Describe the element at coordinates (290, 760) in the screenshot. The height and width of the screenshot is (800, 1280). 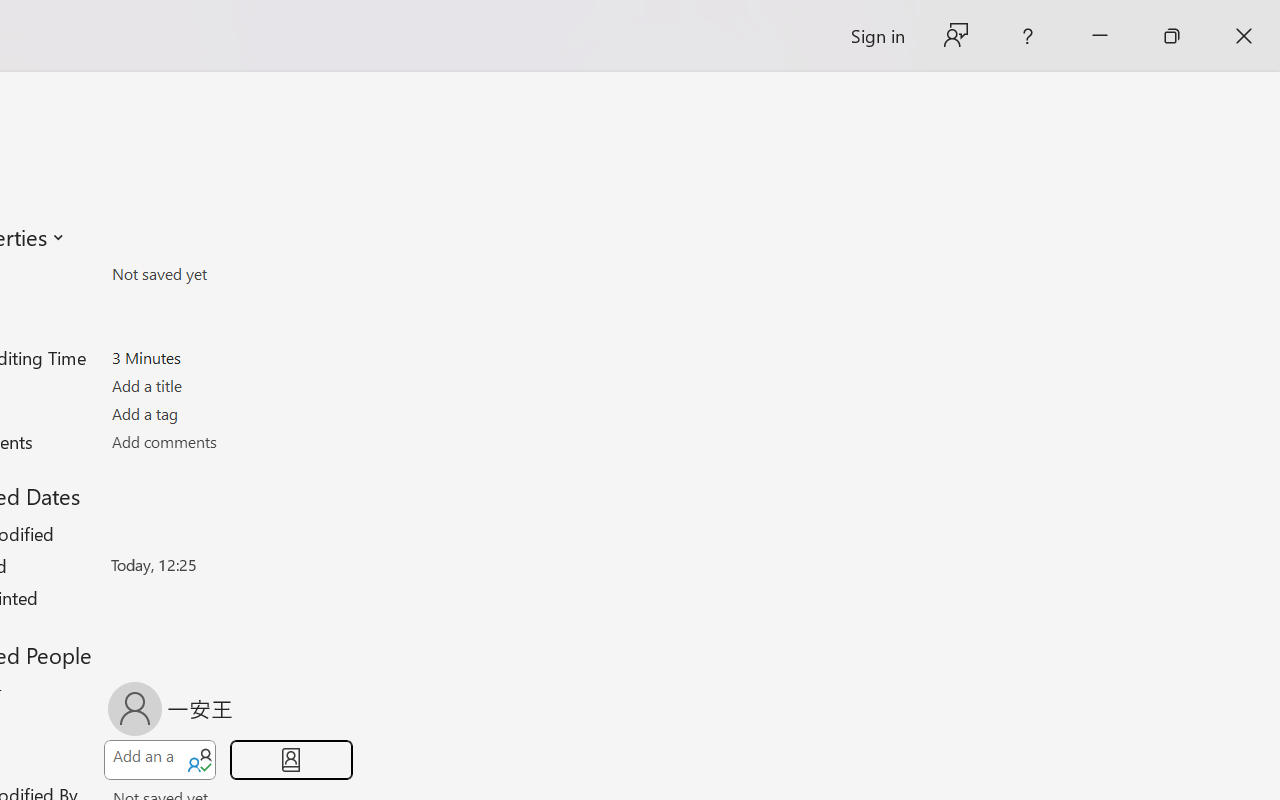
I see `'Browse Address Book'` at that location.